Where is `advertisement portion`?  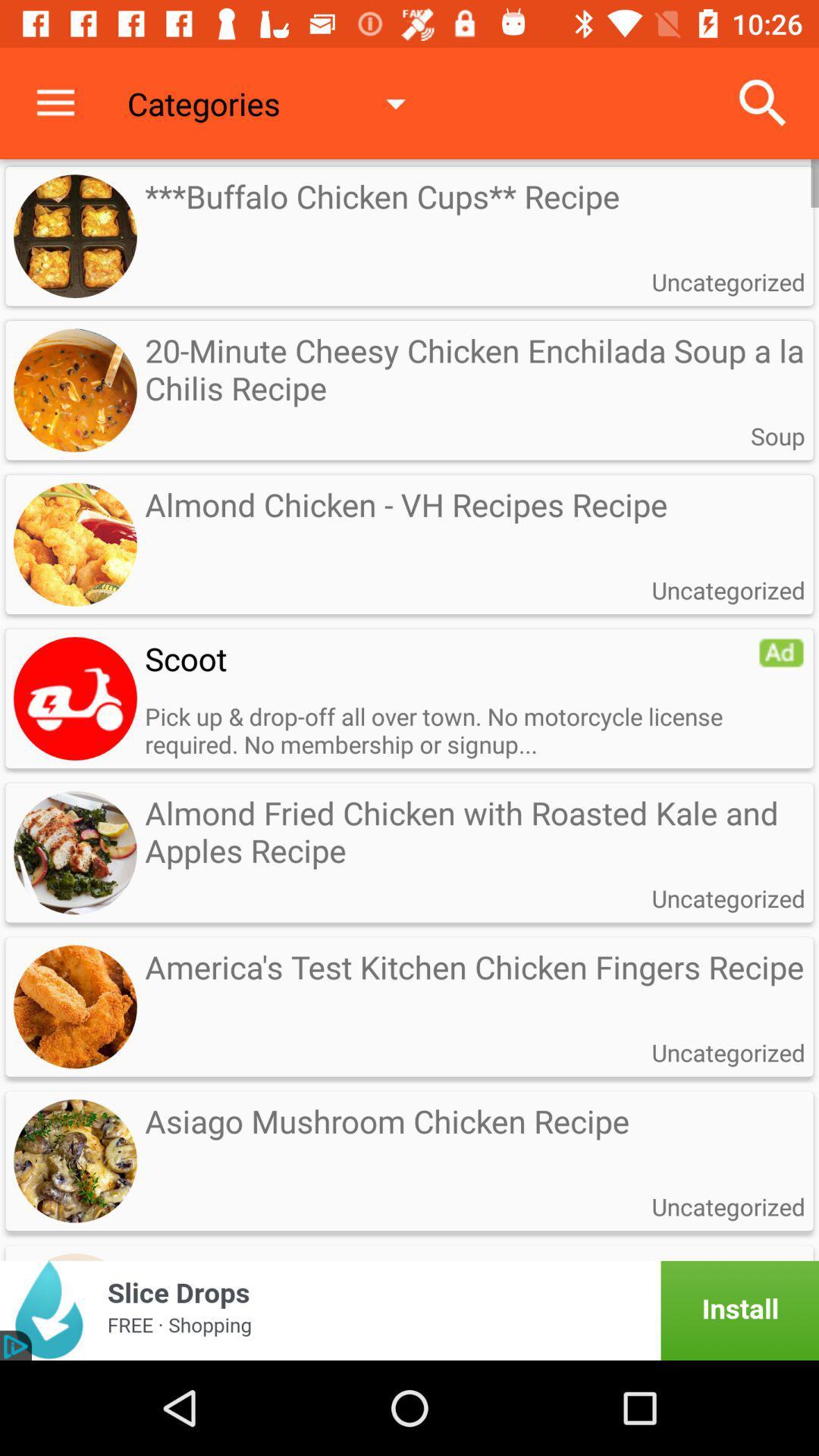 advertisement portion is located at coordinates (409, 1310).